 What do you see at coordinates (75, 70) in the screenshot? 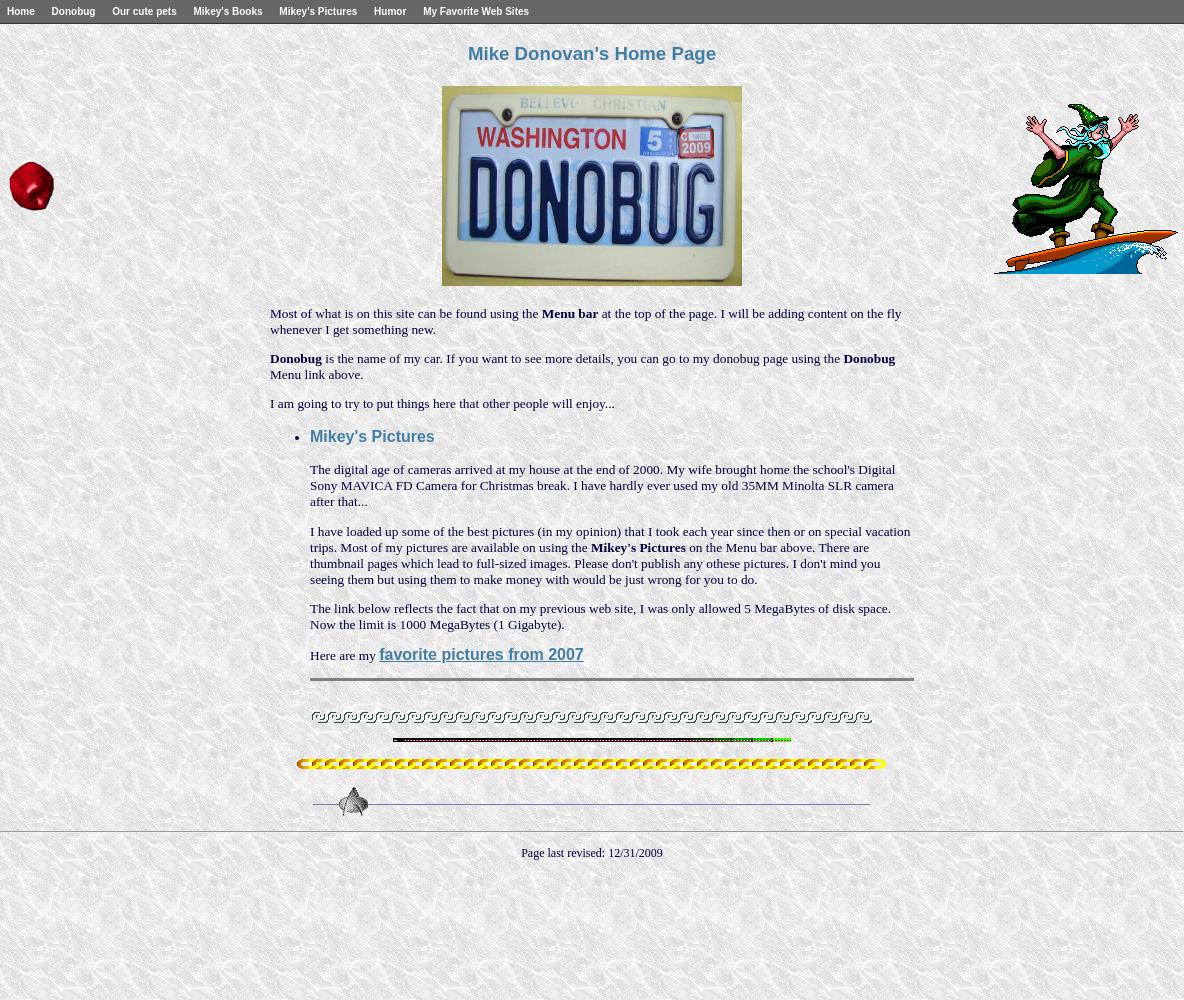
I see `'2018 Into the Midnight Sun'` at bounding box center [75, 70].